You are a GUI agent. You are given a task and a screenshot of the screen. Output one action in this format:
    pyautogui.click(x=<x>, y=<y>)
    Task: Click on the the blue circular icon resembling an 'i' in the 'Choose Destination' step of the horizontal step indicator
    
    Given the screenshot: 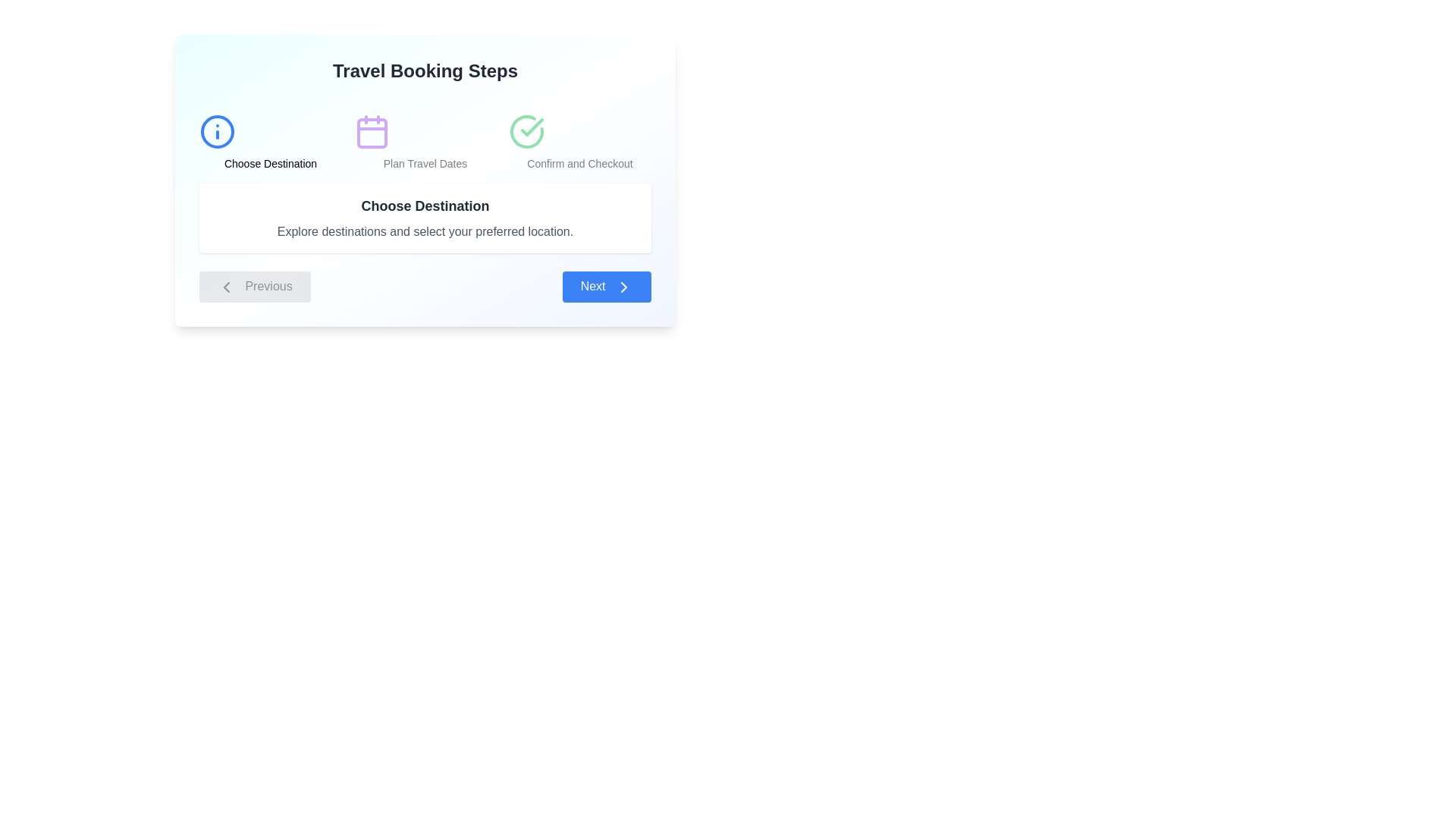 What is the action you would take?
    pyautogui.click(x=217, y=130)
    